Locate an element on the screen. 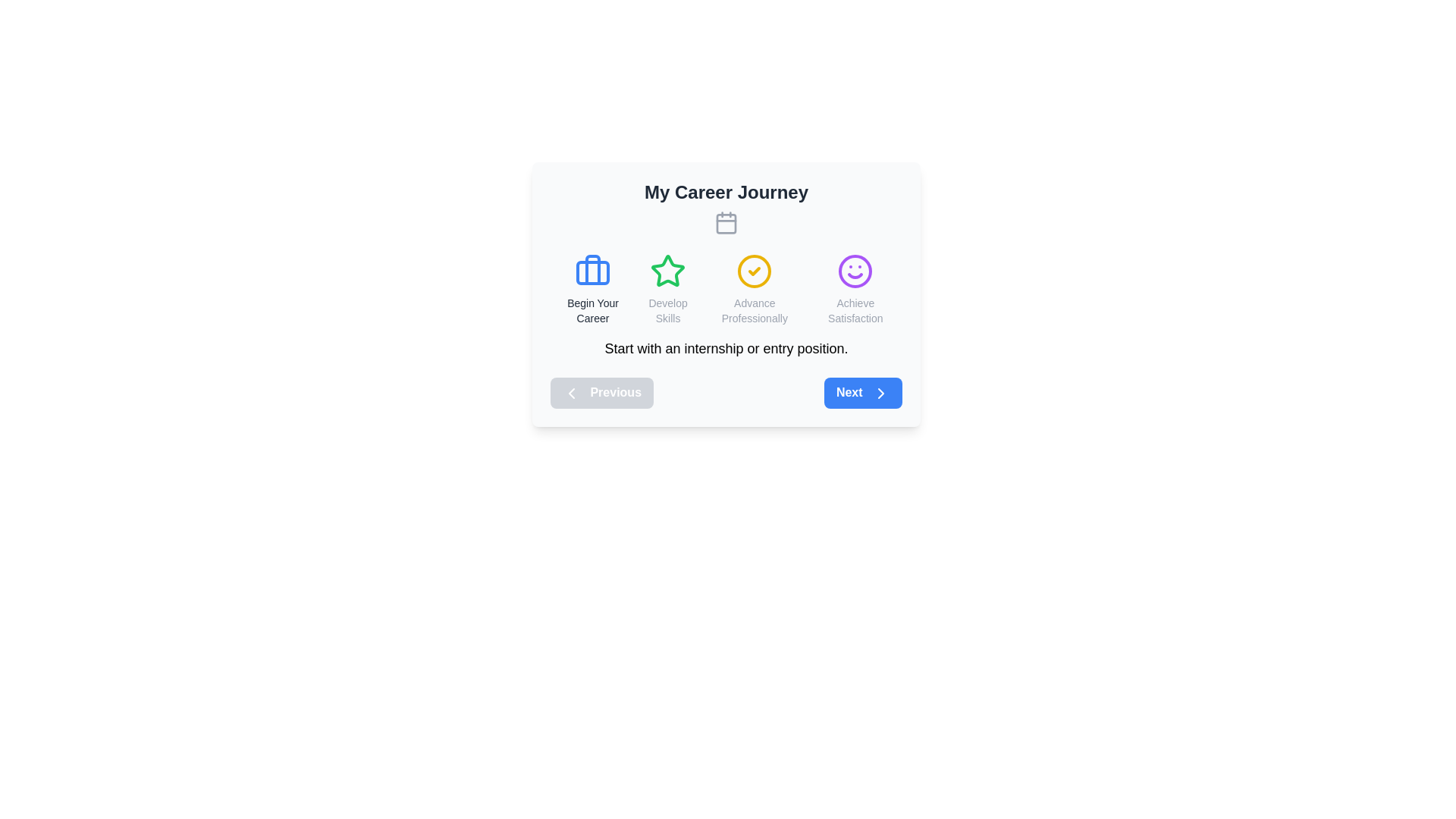  the 'Previous' button, which has a light gray background, white text, and a left-pointing chevron icon is located at coordinates (601, 392).